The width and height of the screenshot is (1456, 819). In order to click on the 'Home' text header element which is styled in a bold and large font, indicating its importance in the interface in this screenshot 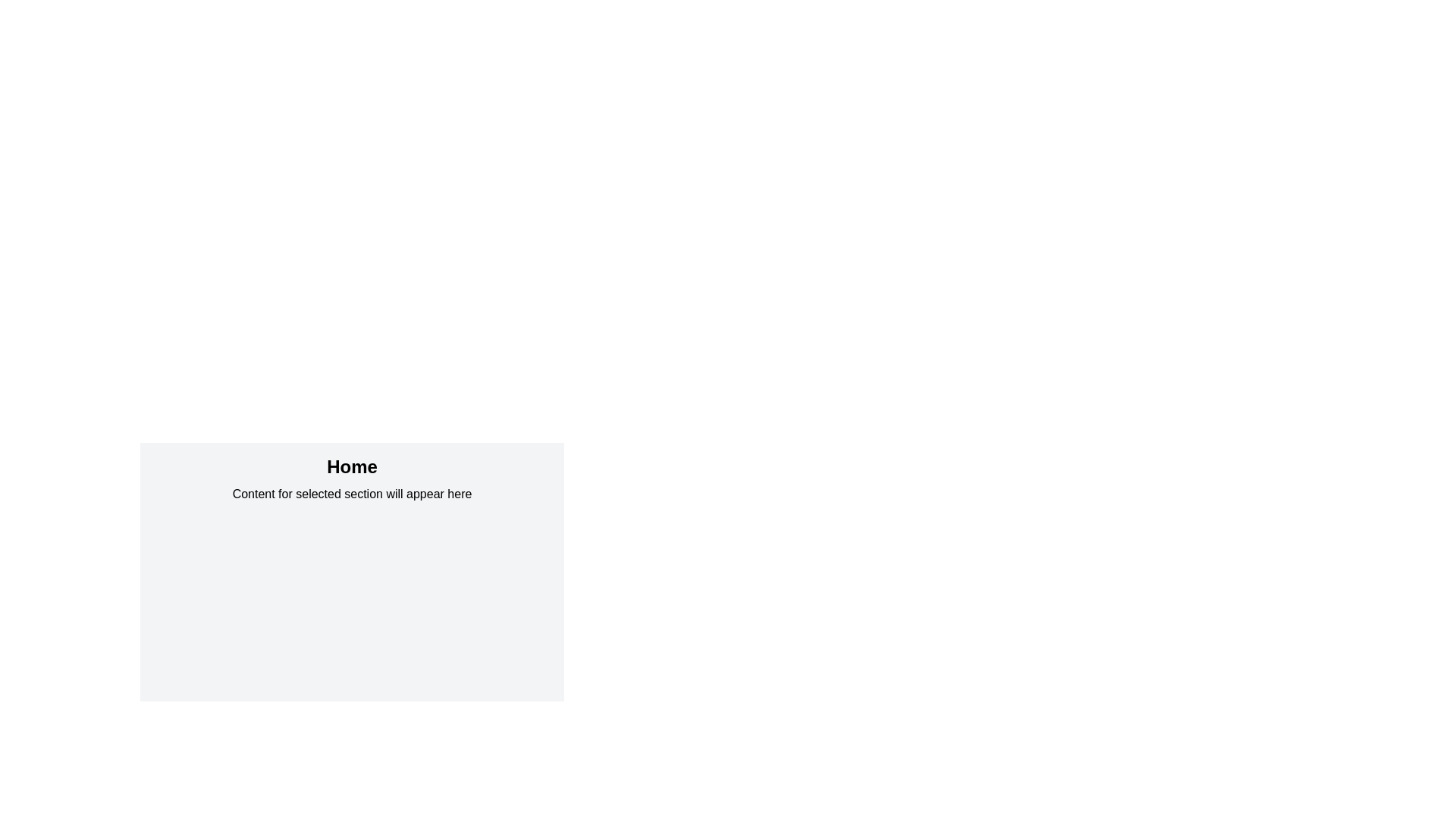, I will do `click(351, 466)`.